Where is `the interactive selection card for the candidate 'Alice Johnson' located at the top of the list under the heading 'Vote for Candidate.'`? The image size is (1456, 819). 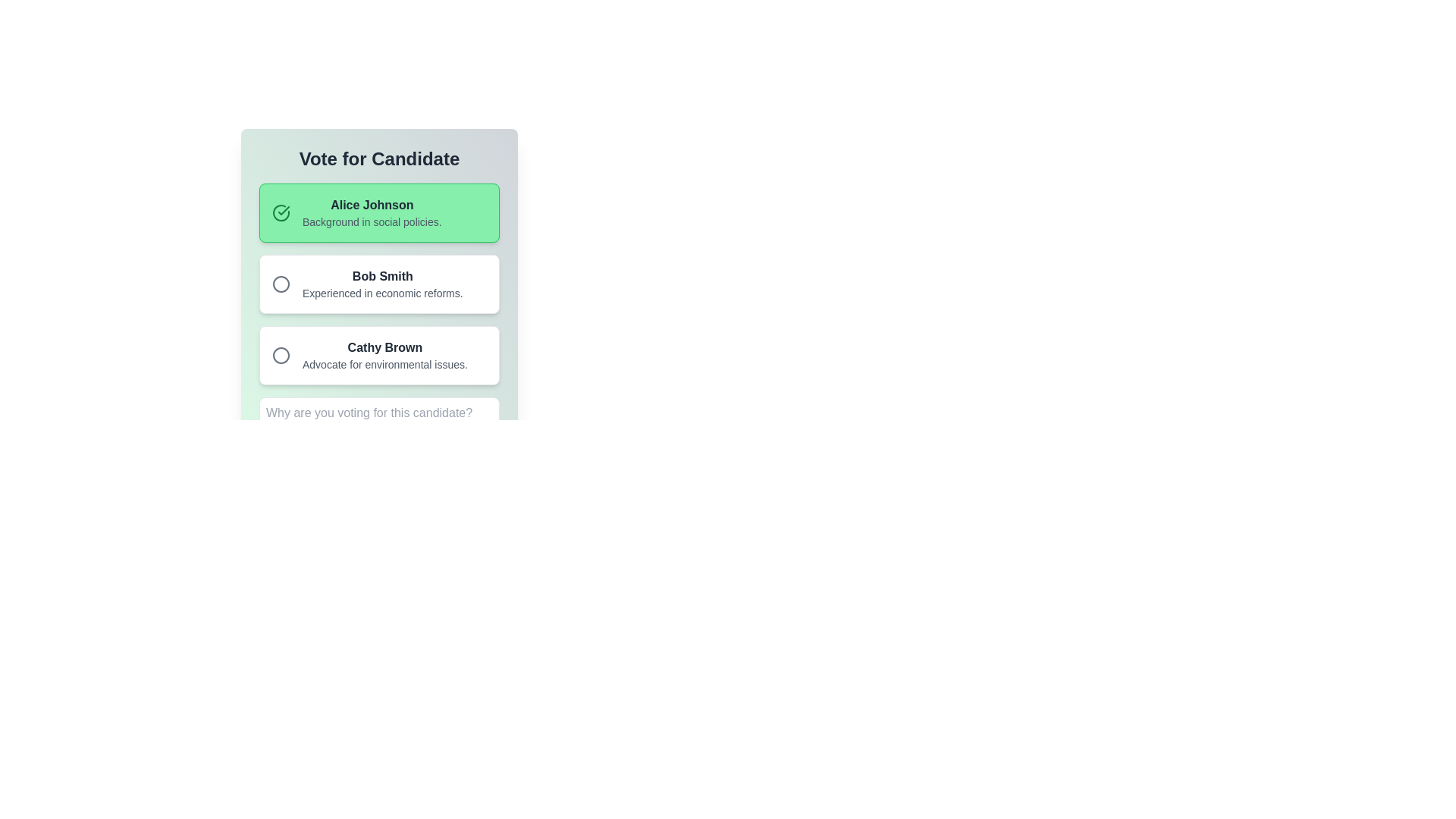
the interactive selection card for the candidate 'Alice Johnson' located at the top of the list under the heading 'Vote for Candidate.' is located at coordinates (379, 213).